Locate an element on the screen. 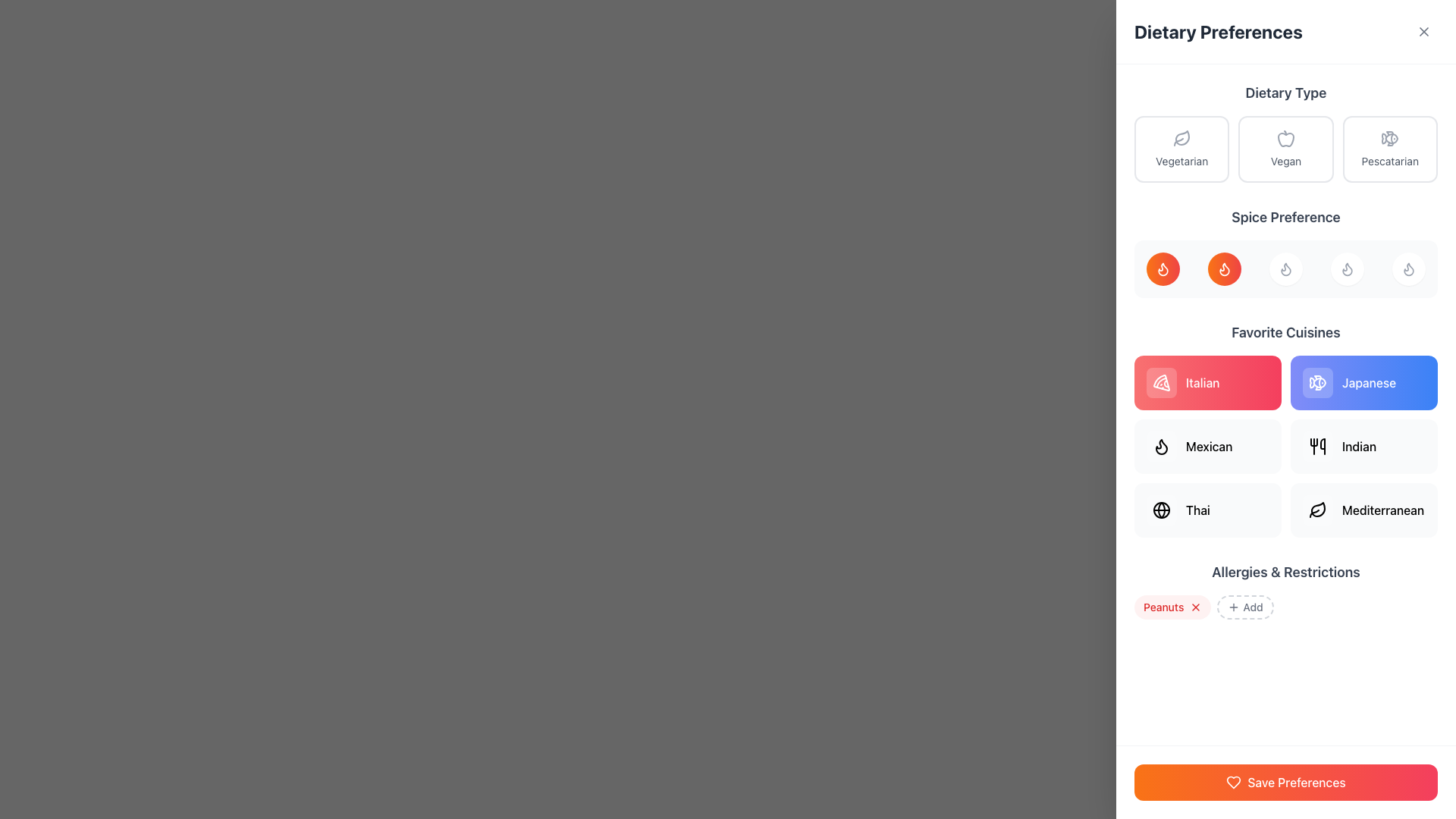 This screenshot has height=819, width=1456. the selectable option for the 'Mediterranean' cuisine in the 'Favorite Cuisines' grid is located at coordinates (1364, 510).